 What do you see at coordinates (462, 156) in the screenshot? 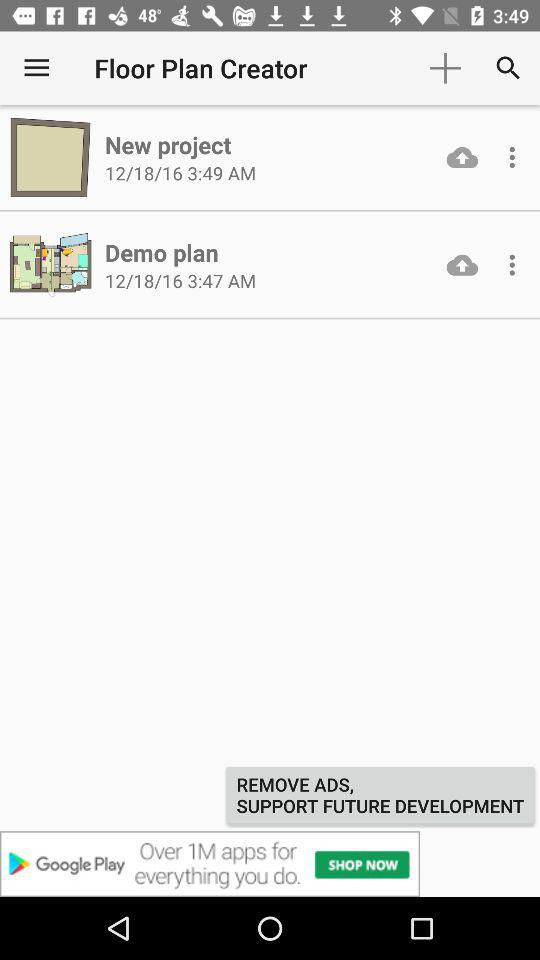
I see `upload new project` at bounding box center [462, 156].